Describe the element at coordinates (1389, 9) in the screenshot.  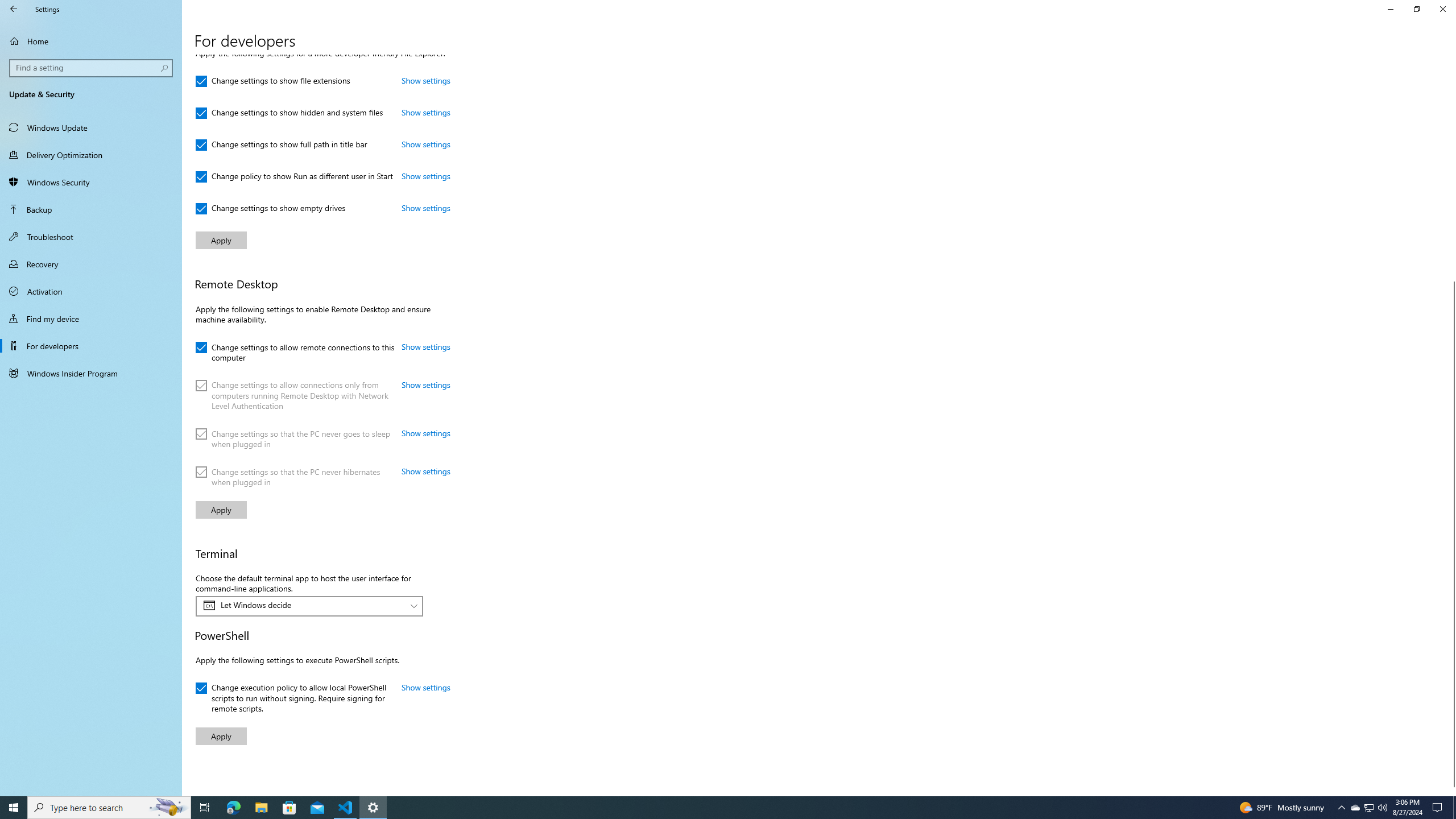
I see `'Minimize Settings'` at that location.